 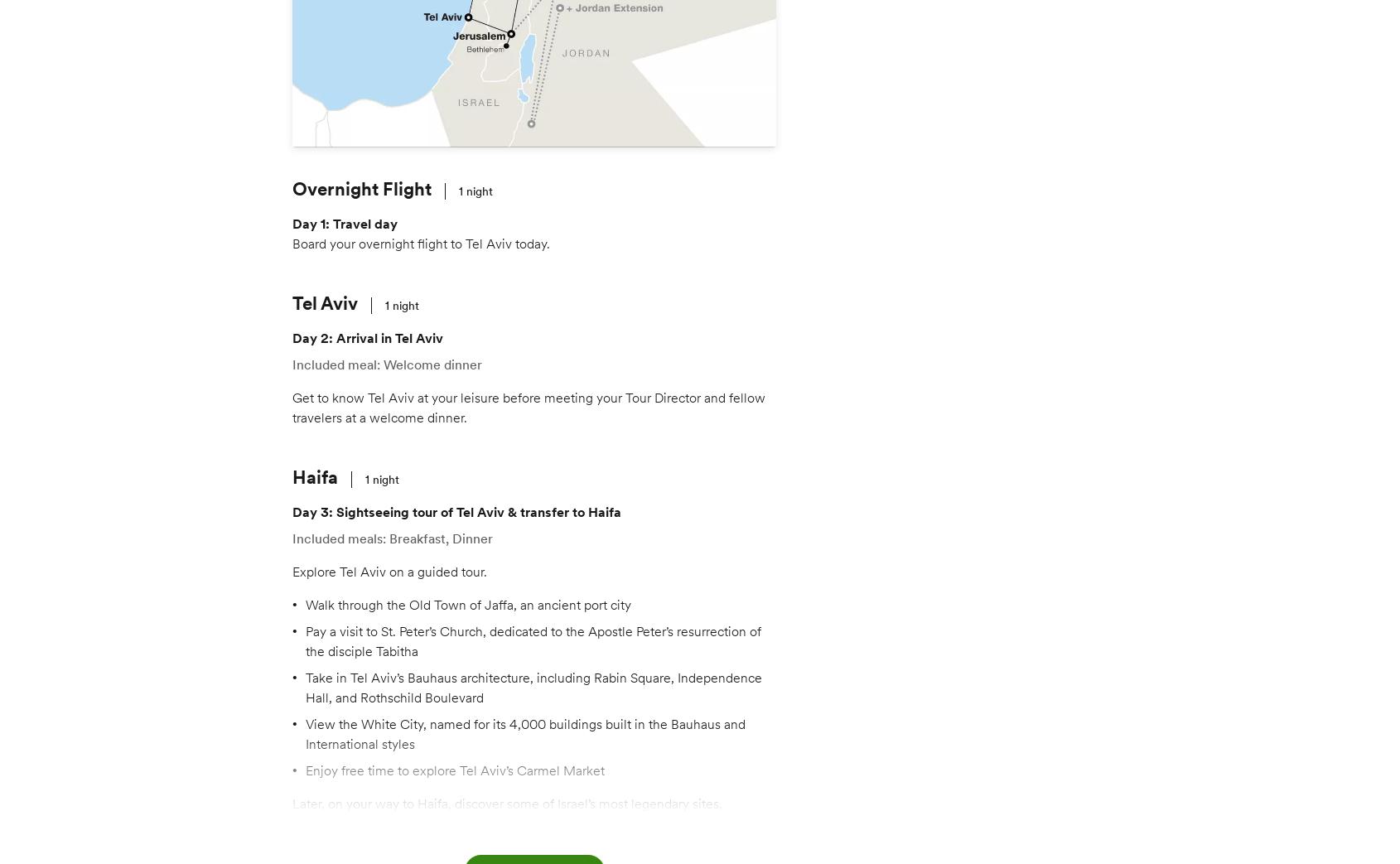 What do you see at coordinates (878, 459) in the screenshot?
I see `'Sep 23'` at bounding box center [878, 459].